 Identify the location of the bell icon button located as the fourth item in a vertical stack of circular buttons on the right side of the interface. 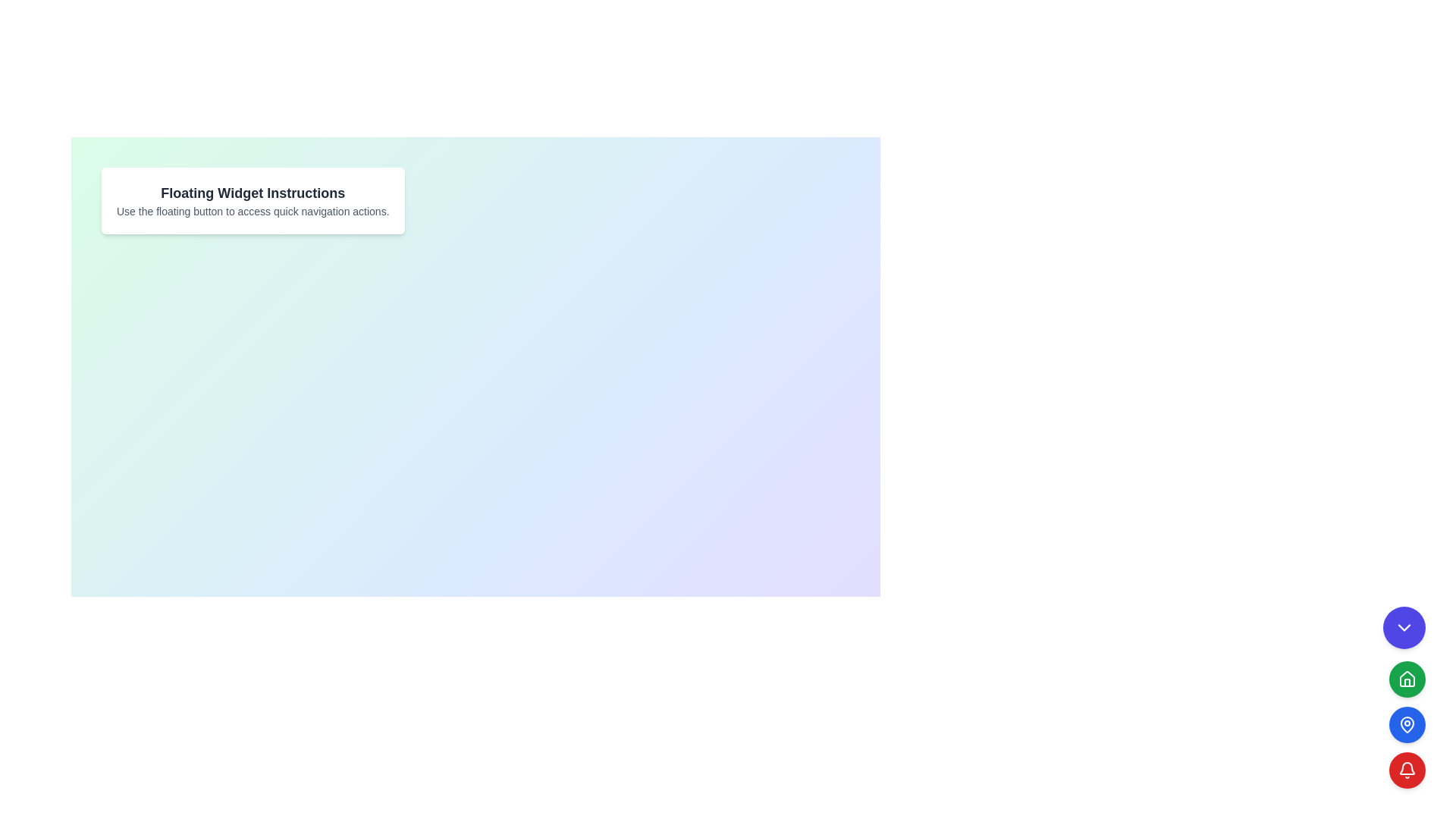
(1407, 770).